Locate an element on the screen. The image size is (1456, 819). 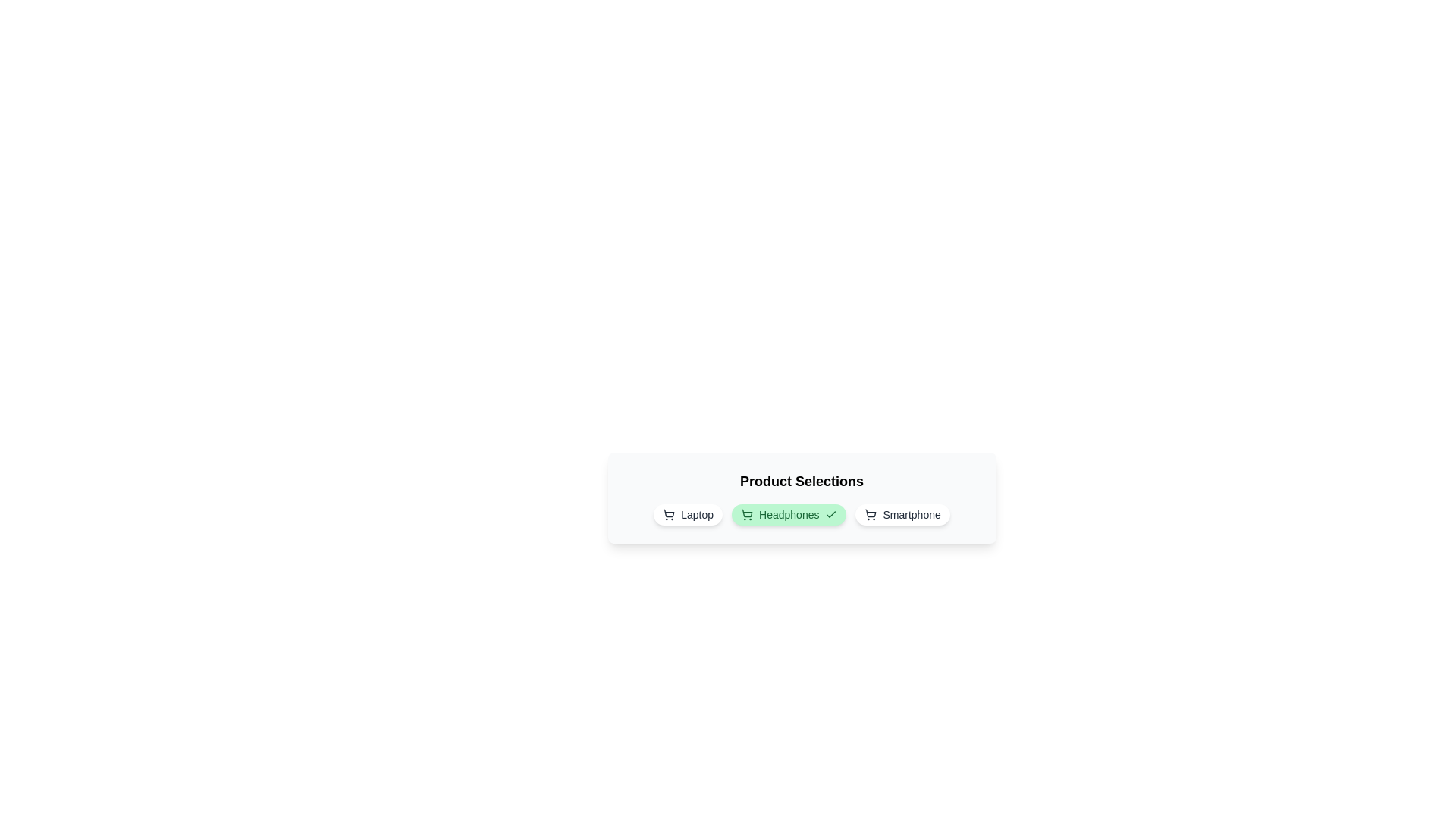
the product chip labeled Laptop is located at coordinates (687, 513).